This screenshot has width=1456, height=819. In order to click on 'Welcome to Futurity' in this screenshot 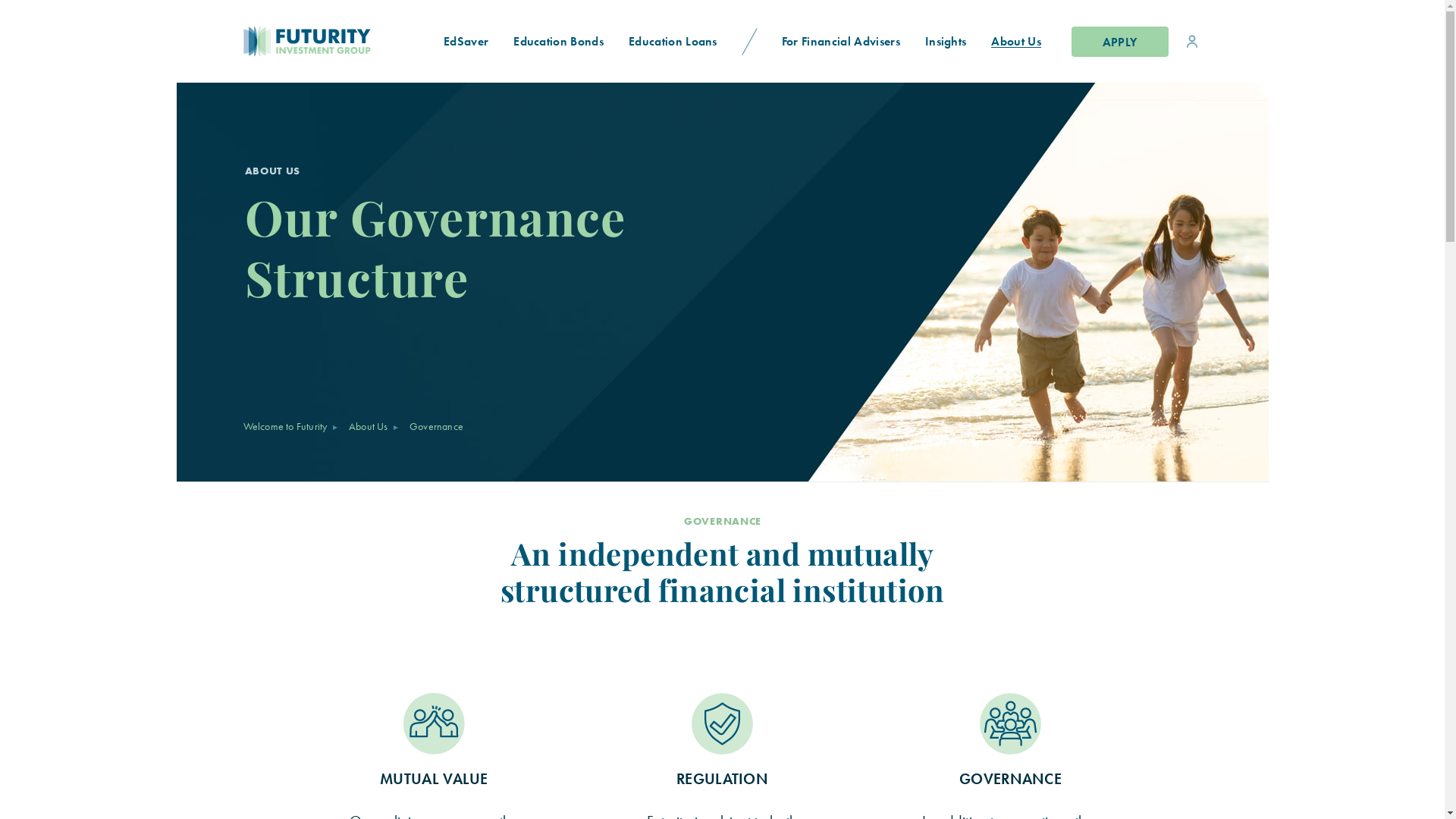, I will do `click(243, 426)`.